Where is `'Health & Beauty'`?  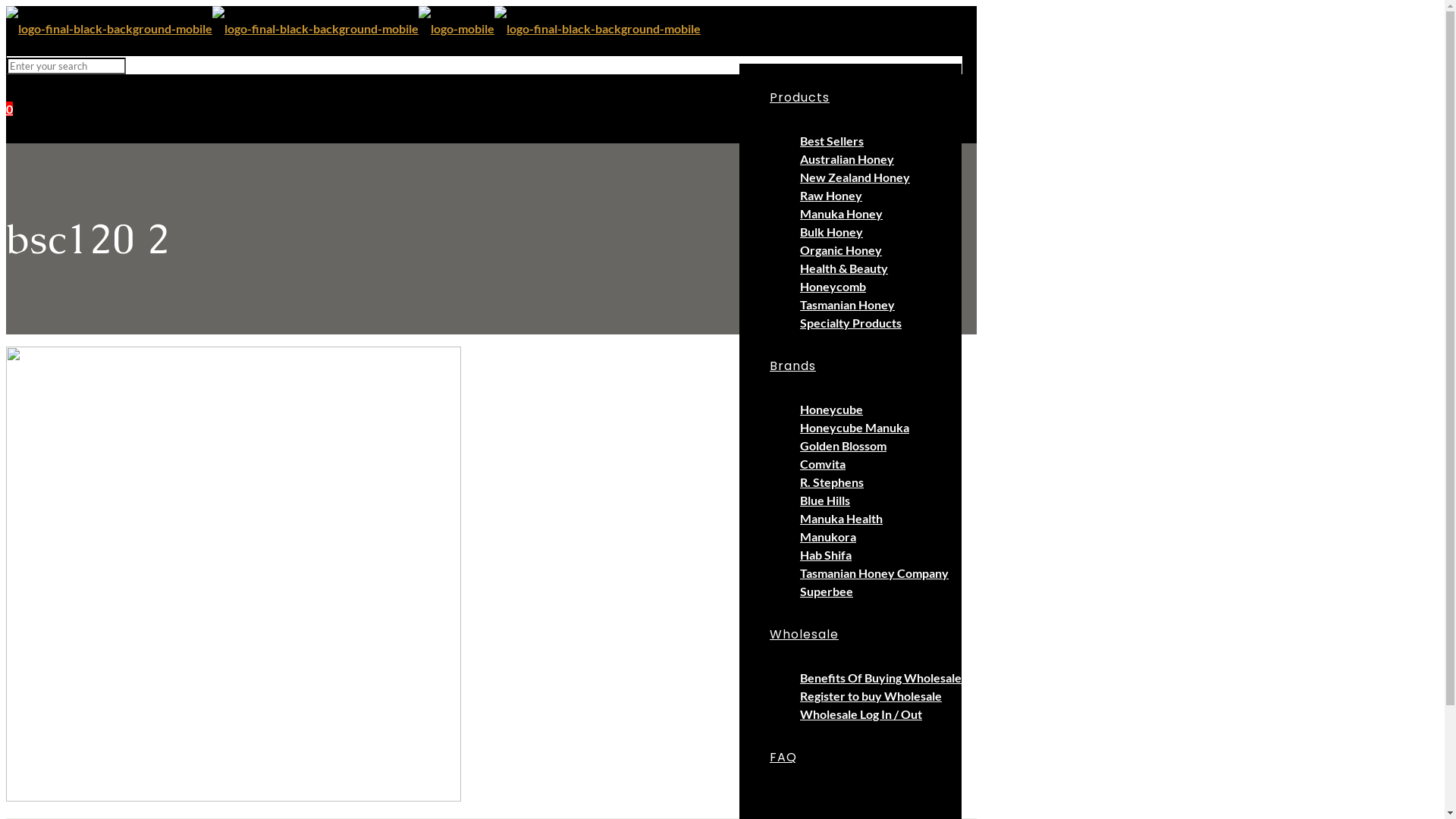 'Health & Beauty' is located at coordinates (843, 267).